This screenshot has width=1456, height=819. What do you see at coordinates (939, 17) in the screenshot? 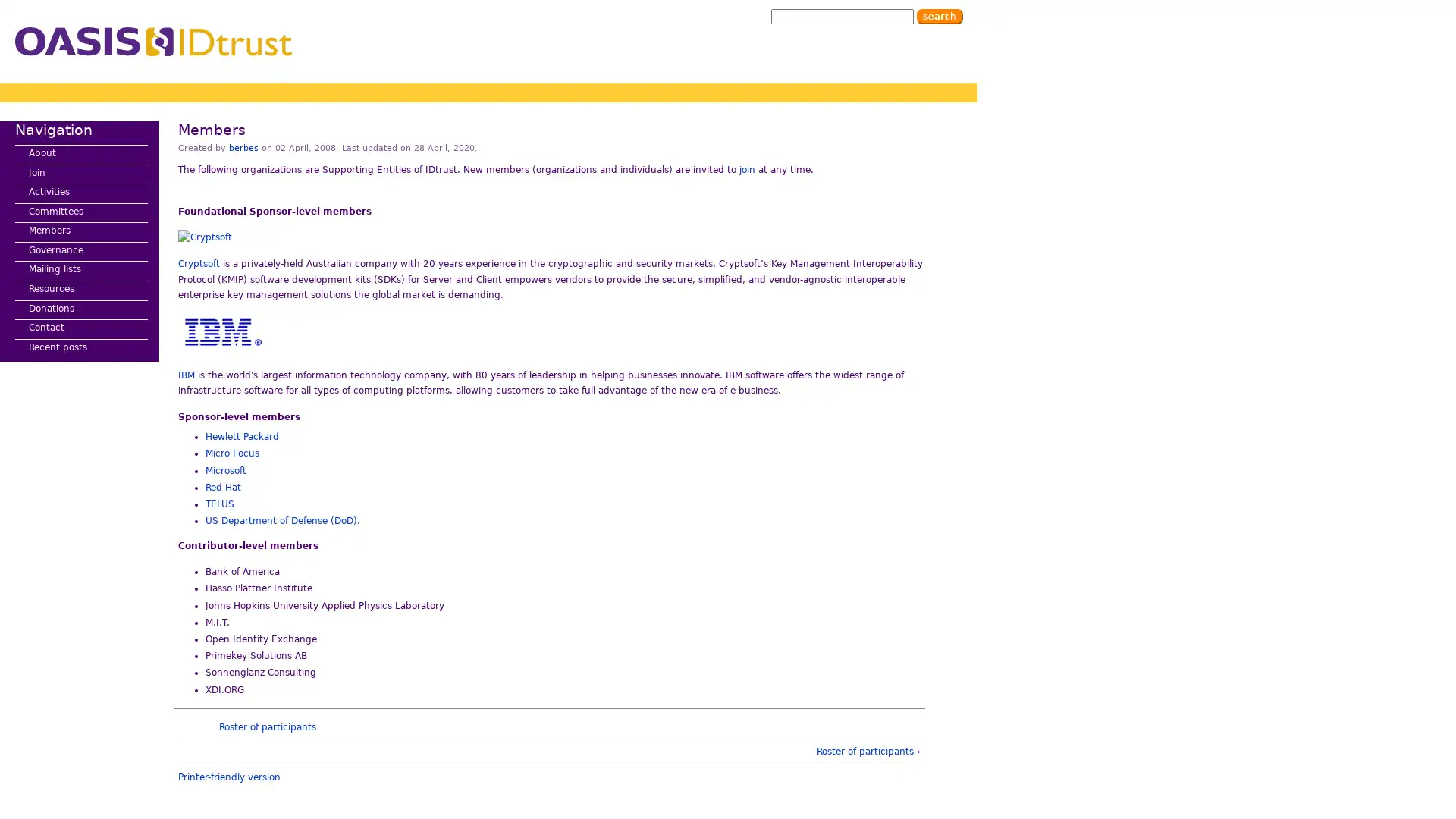
I see `Search` at bounding box center [939, 17].